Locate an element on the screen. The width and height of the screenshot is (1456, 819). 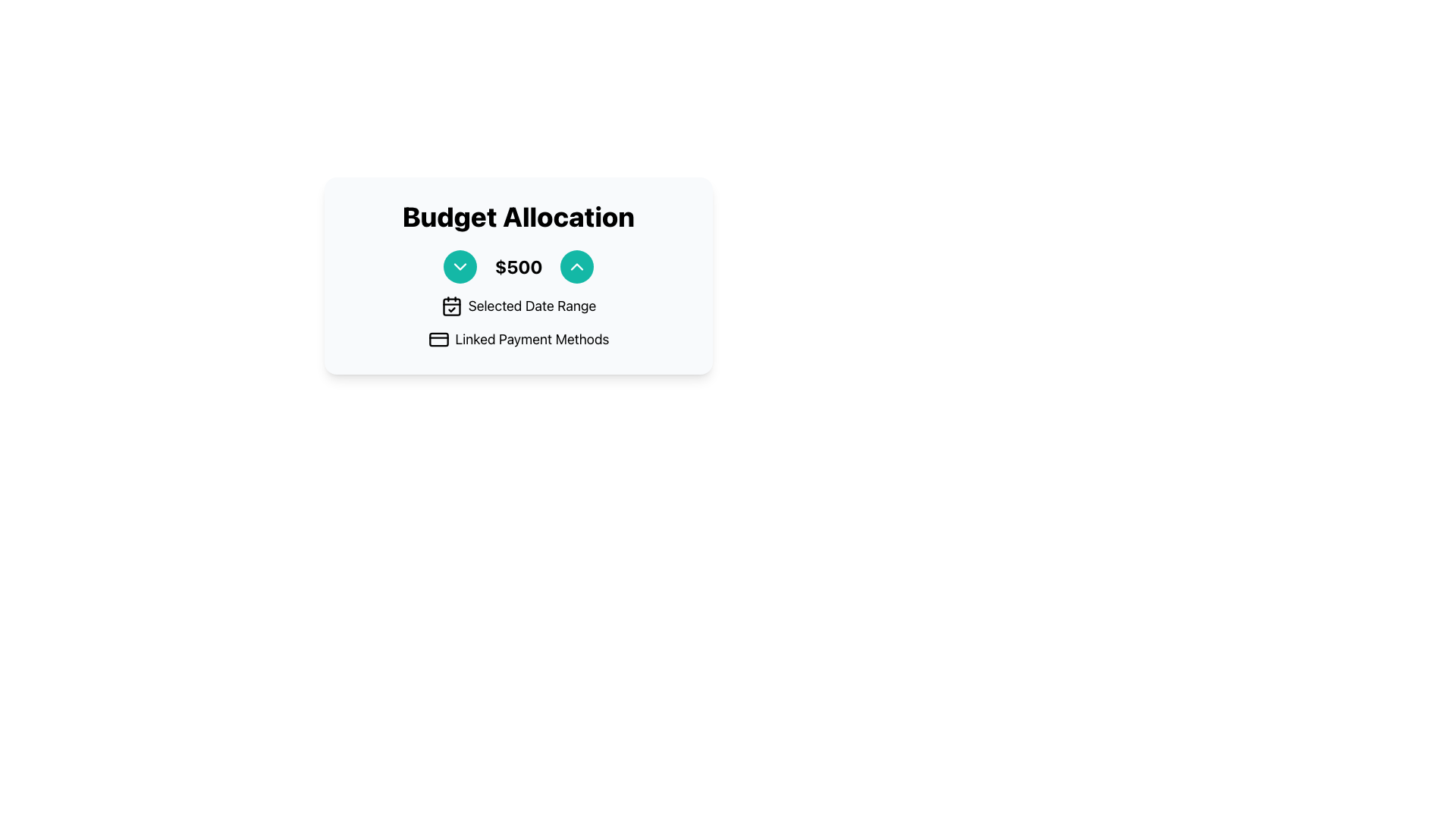
the downward chevron icon located as the second button to the right under the 'Budget Allocation' title is located at coordinates (459, 265).